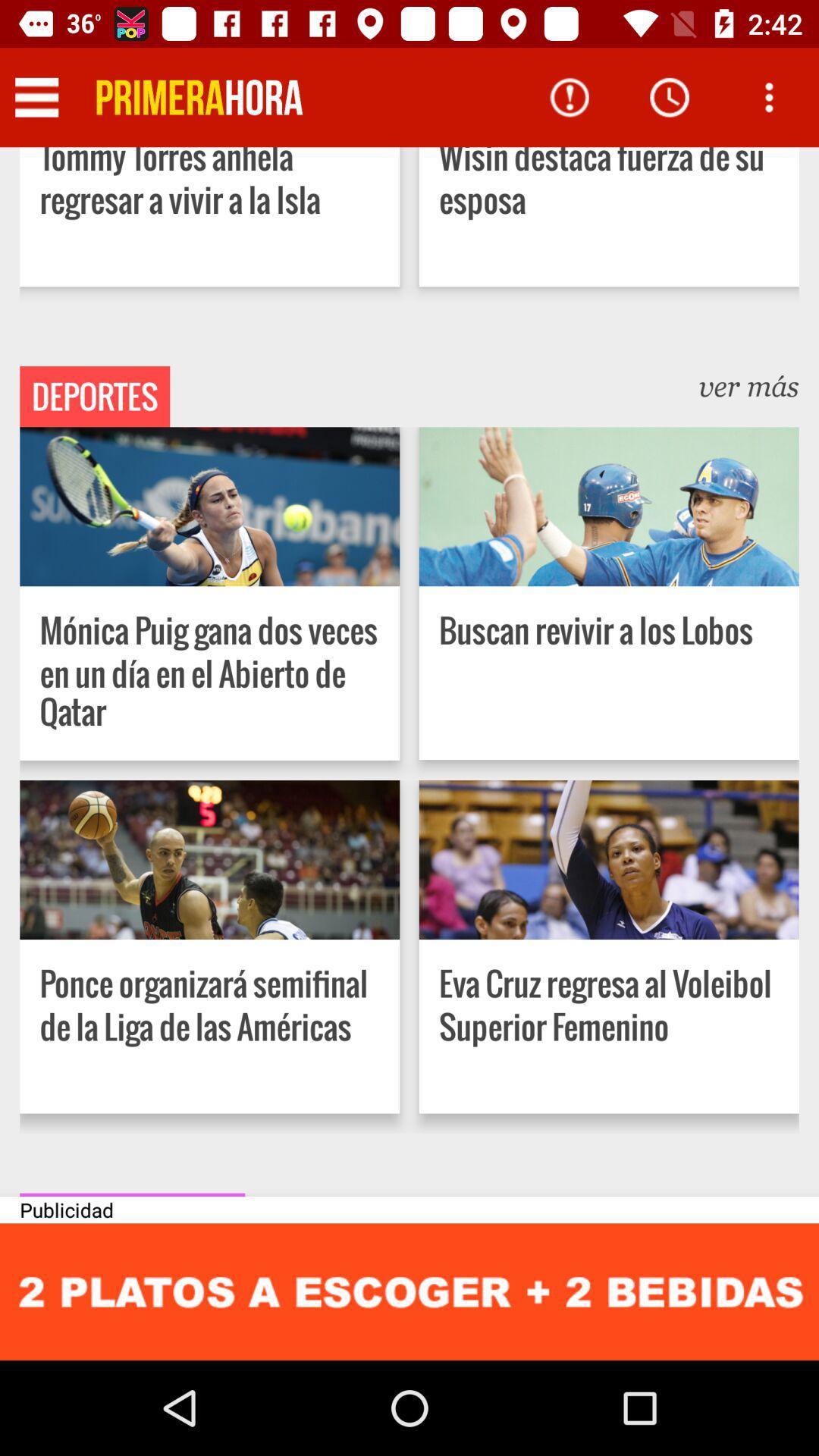  What do you see at coordinates (131, 1194) in the screenshot?
I see `estilos de vida icon` at bounding box center [131, 1194].